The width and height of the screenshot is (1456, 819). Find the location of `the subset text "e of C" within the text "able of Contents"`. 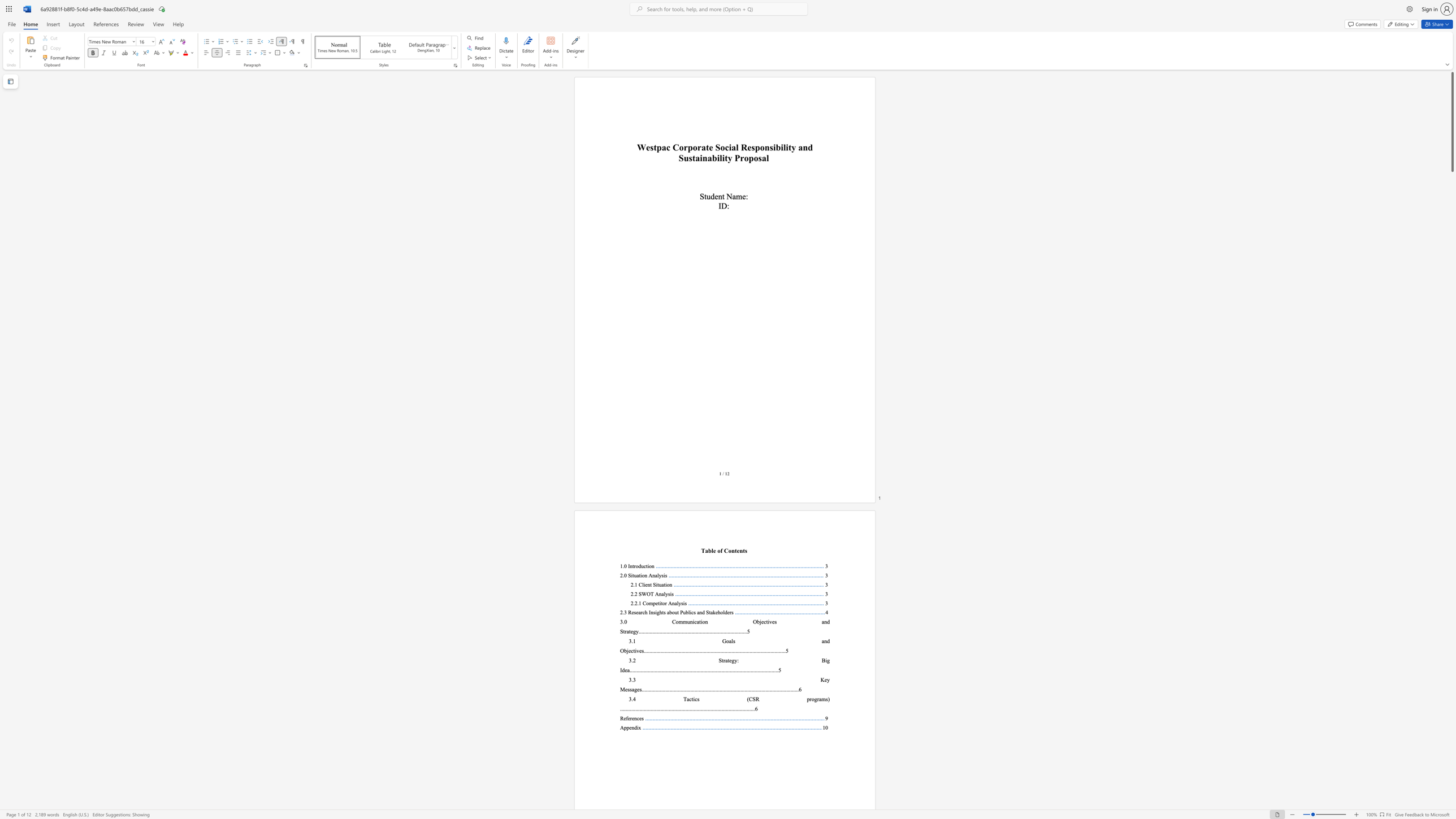

the subset text "e of C" within the text "able of Contents" is located at coordinates (713, 551).